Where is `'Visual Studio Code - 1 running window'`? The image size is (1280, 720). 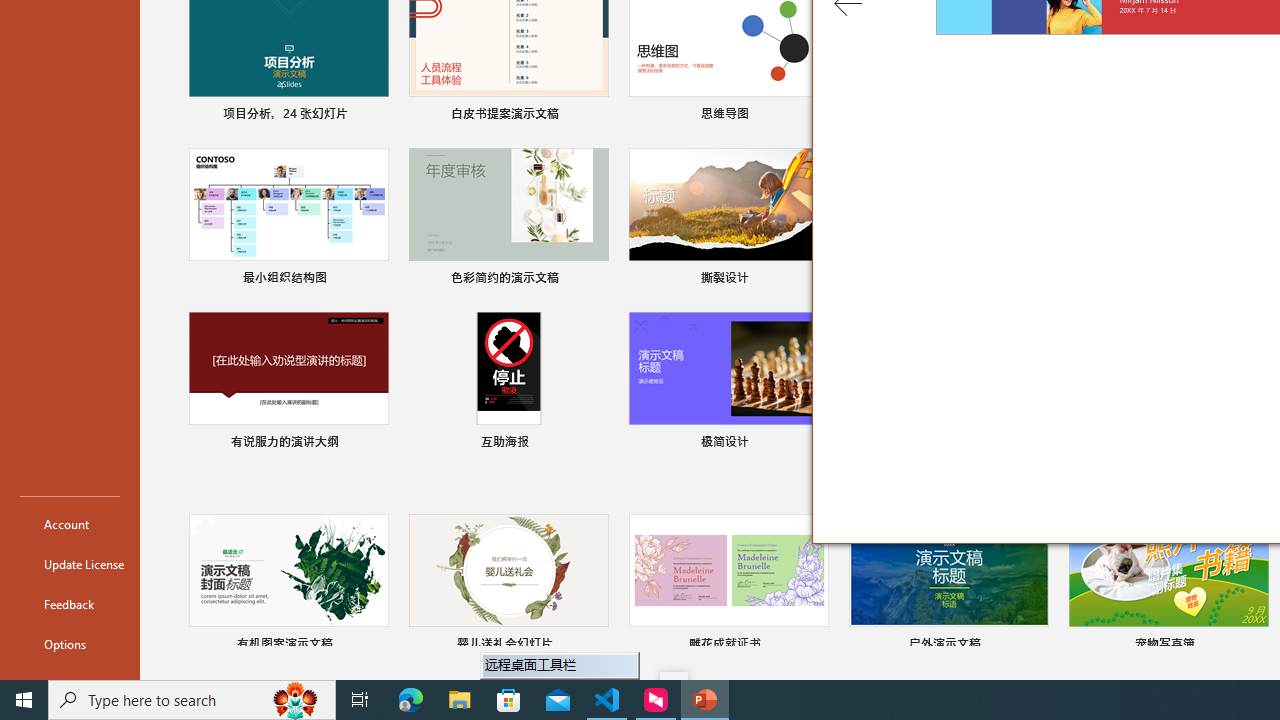 'Visual Studio Code - 1 running window' is located at coordinates (606, 698).